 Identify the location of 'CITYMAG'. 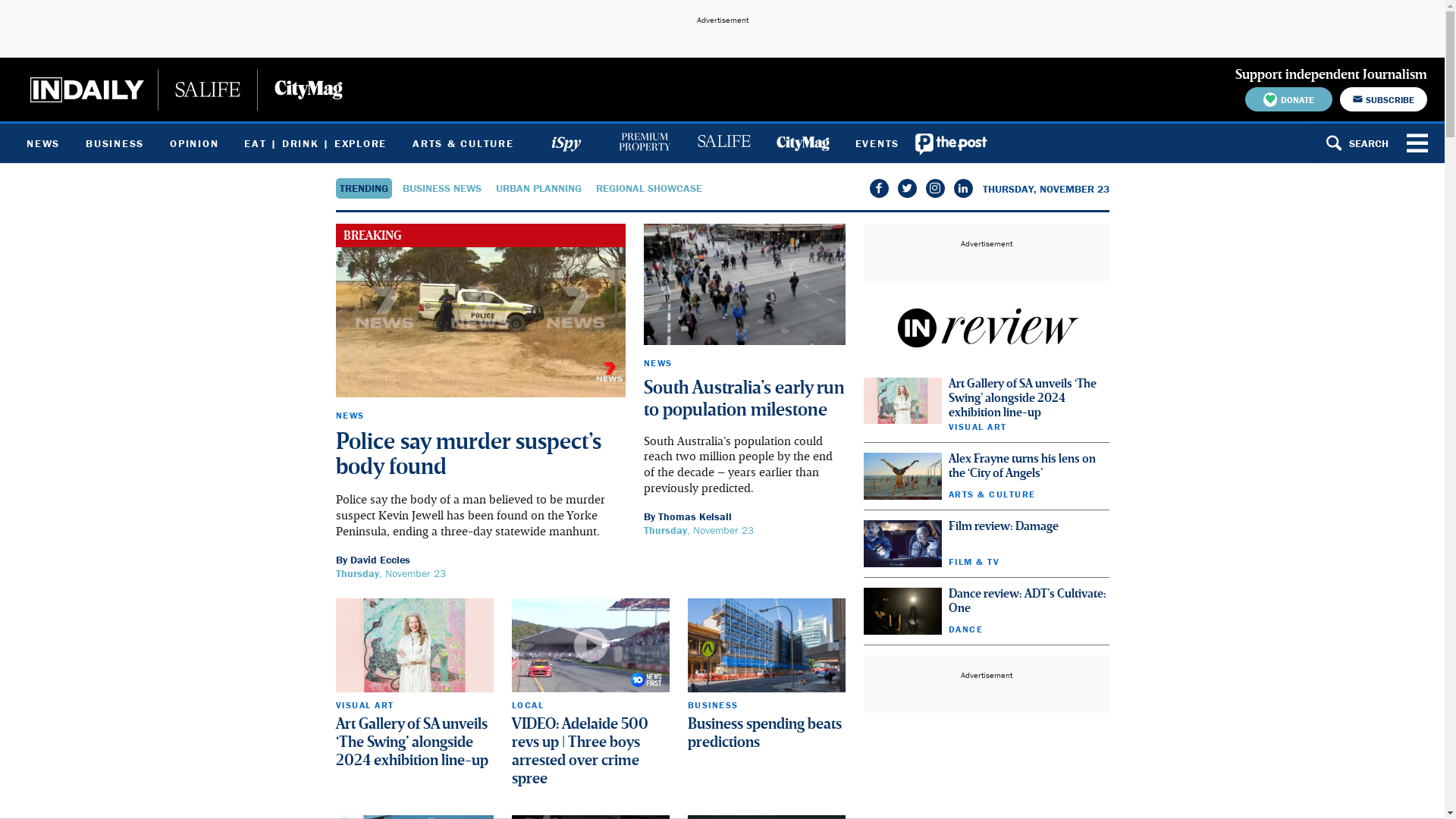
(801, 143).